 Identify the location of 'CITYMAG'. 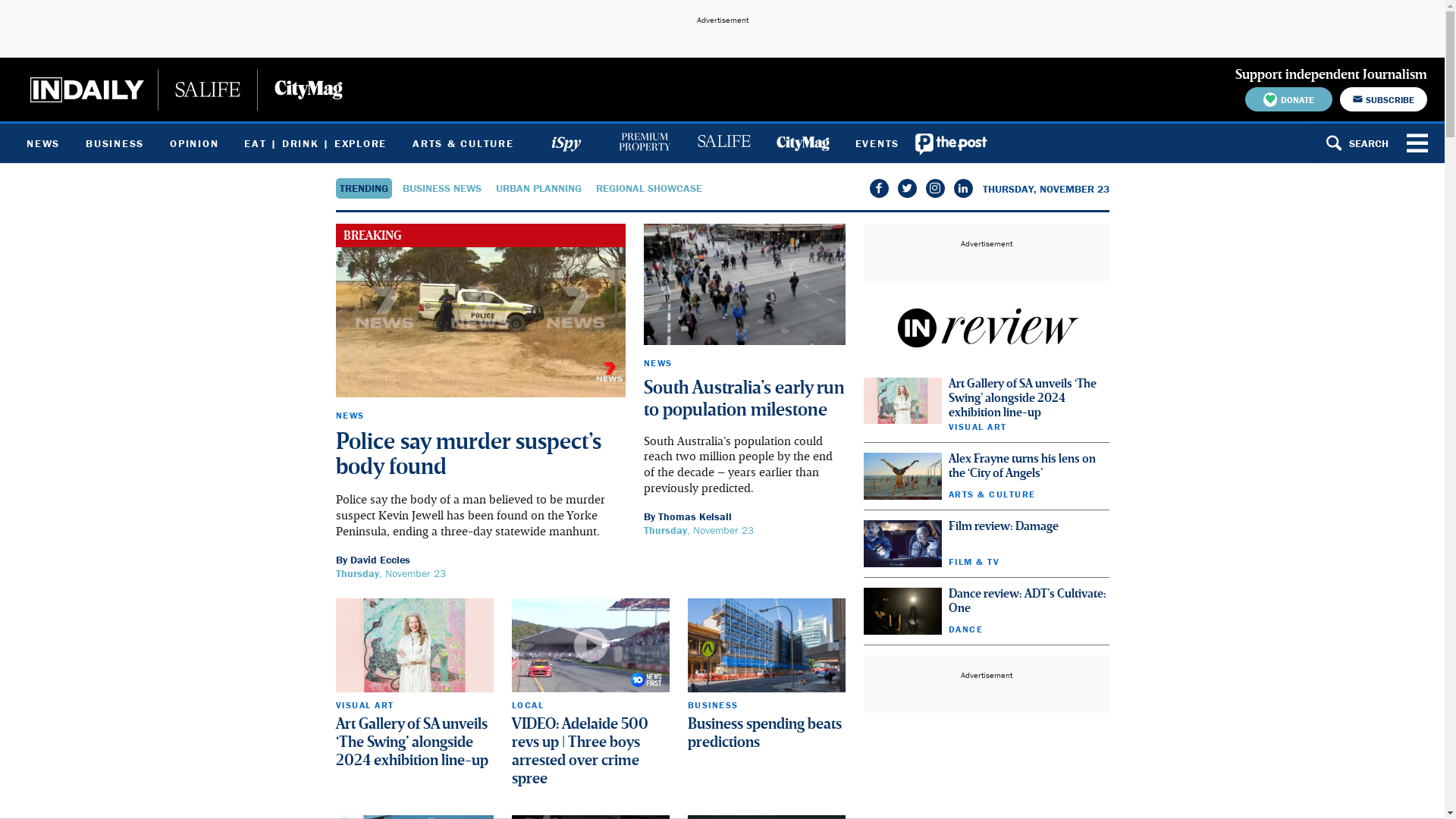
(801, 143).